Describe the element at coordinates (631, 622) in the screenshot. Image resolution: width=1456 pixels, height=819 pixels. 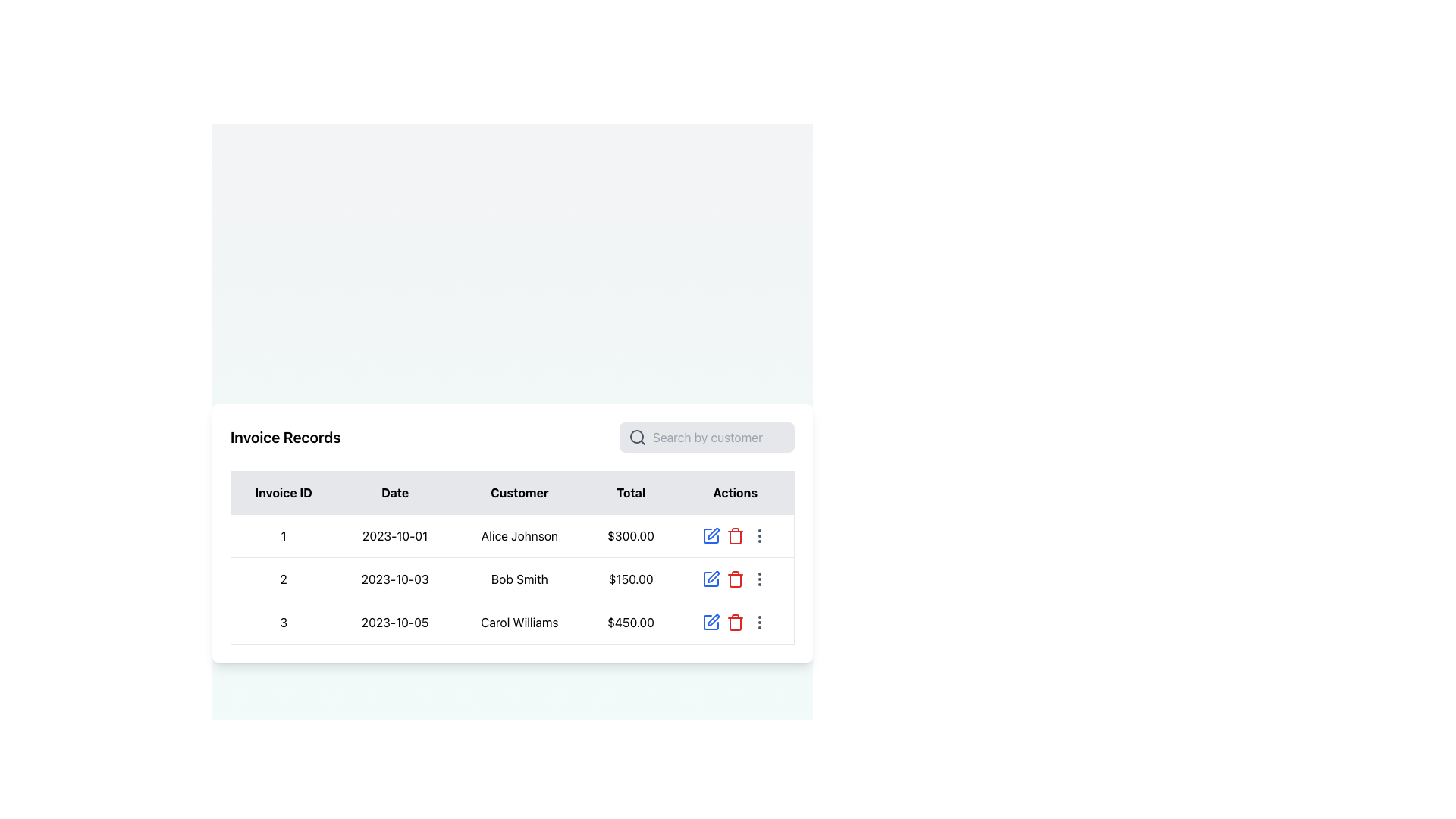
I see `displayed text from the text label showing the amount '$450.00' in the 'Total' column for the entry labeled 'Carol Williams'` at that location.